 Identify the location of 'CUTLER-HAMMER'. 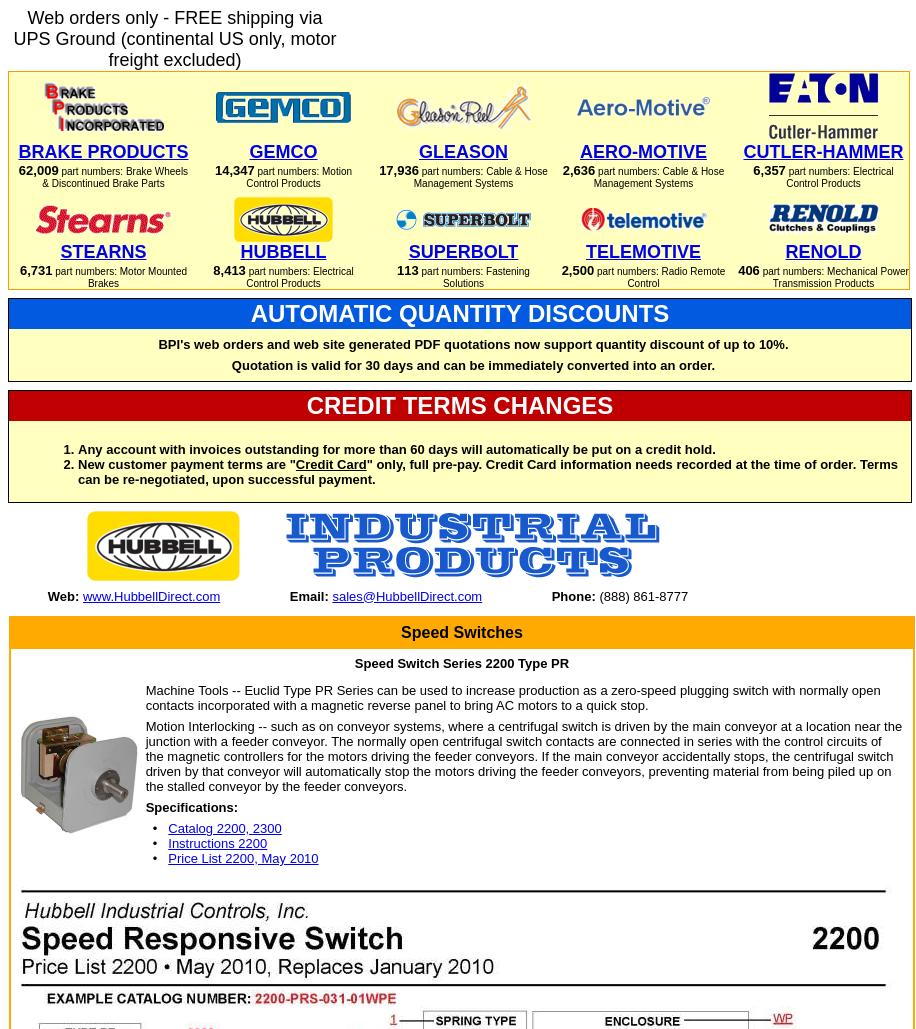
(823, 151).